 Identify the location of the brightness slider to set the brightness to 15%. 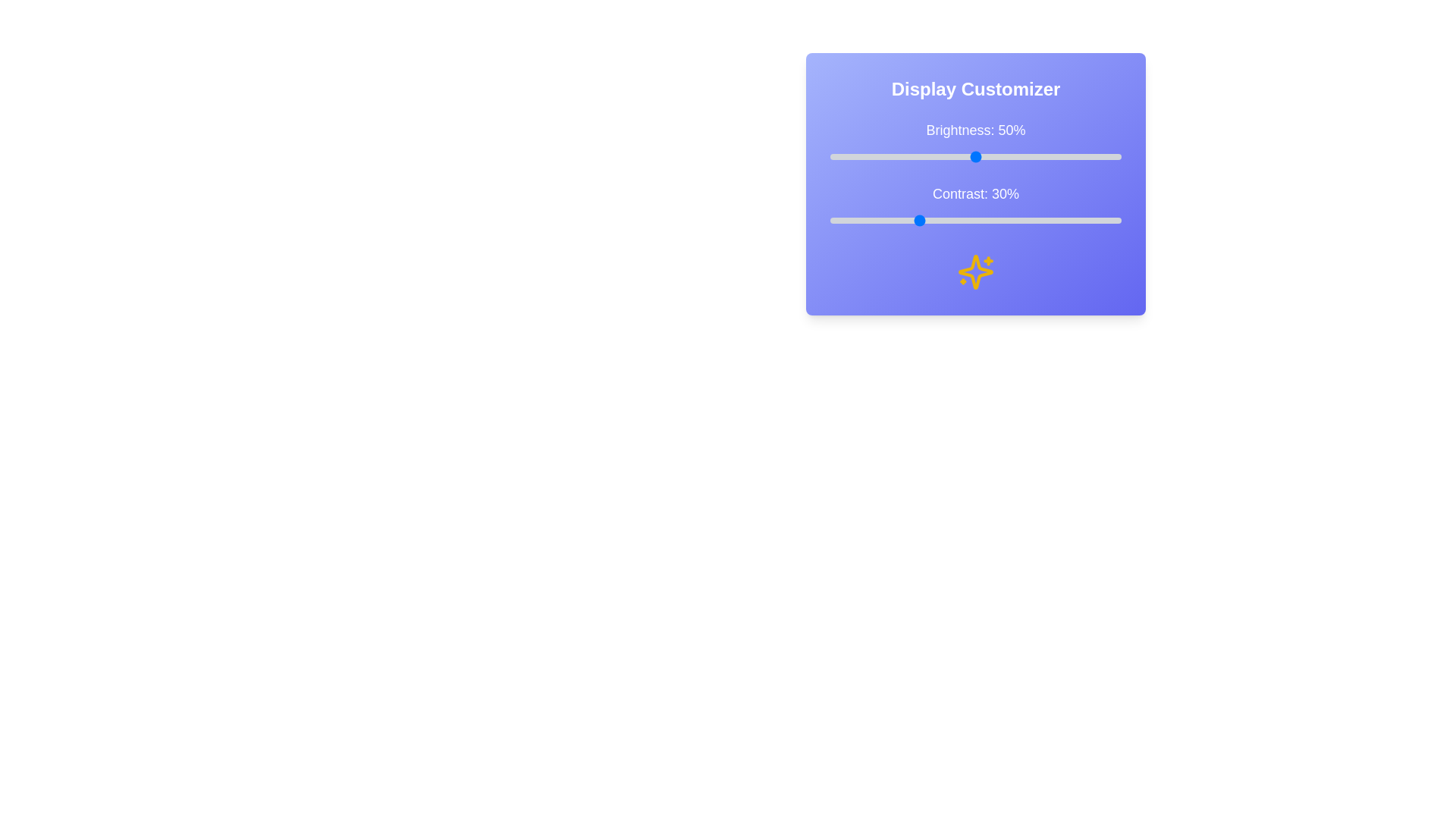
(874, 157).